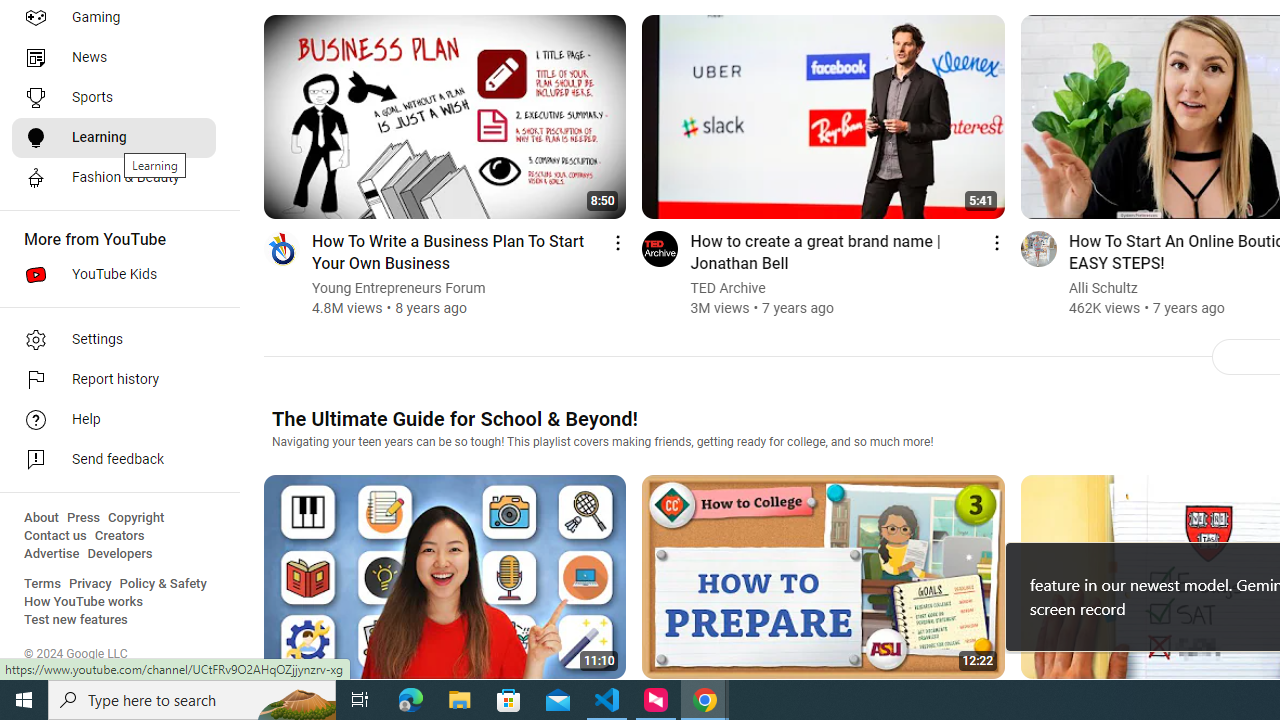  Describe the element at coordinates (55, 535) in the screenshot. I see `'Contact us'` at that location.